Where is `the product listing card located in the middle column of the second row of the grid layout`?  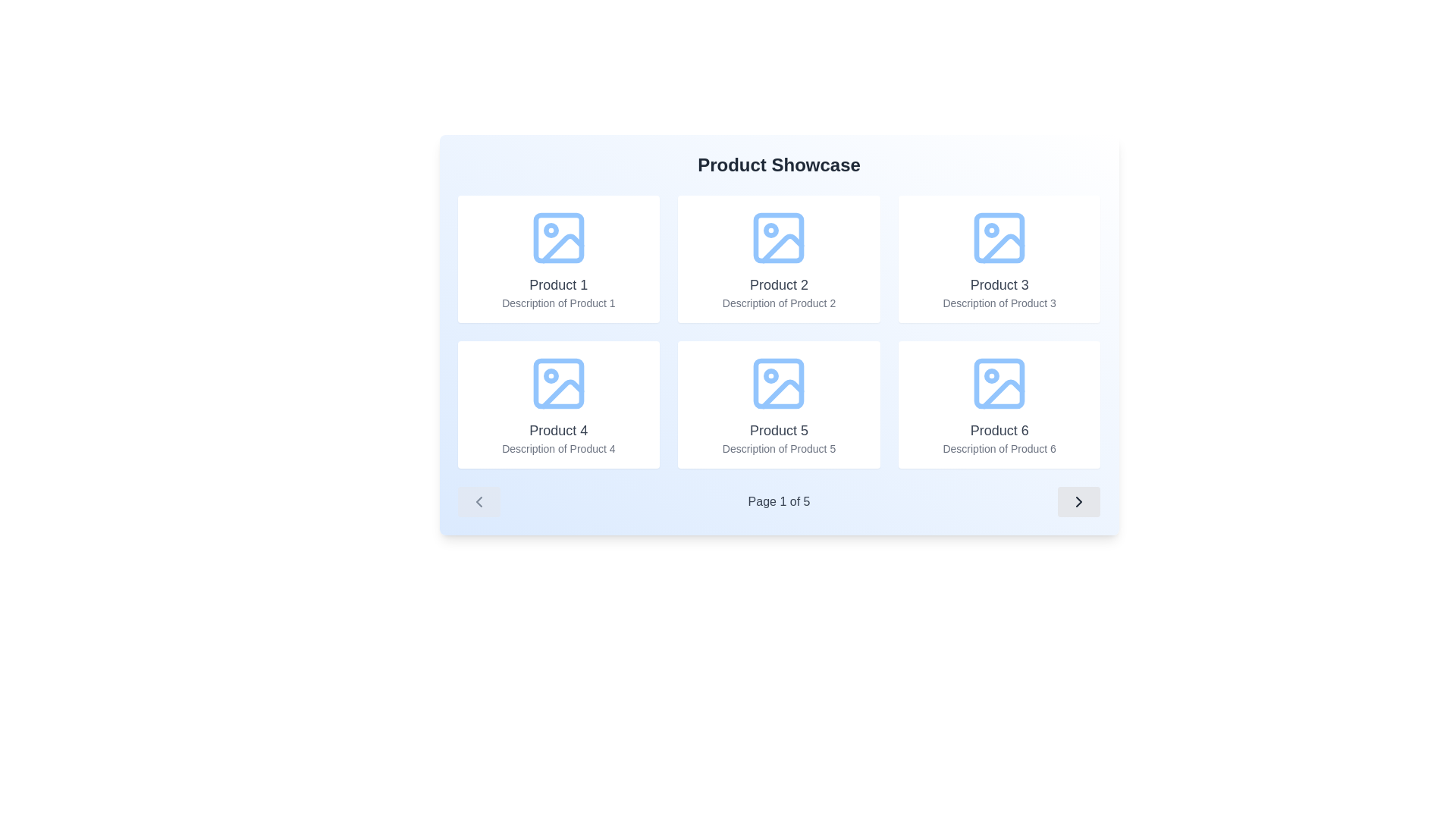 the product listing card located in the middle column of the second row of the grid layout is located at coordinates (779, 403).